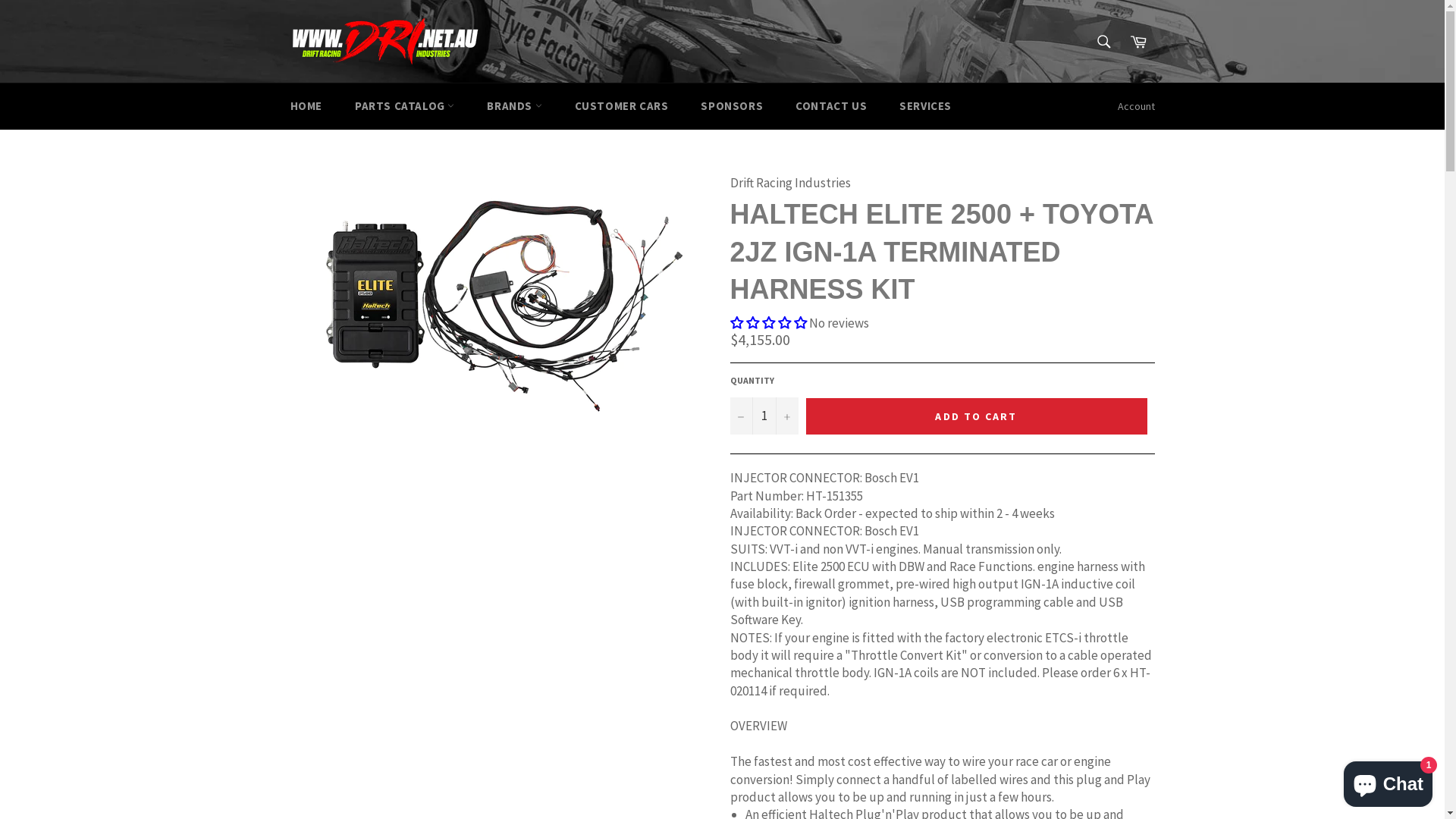  I want to click on 'Shopify online store chat', so click(1388, 780).